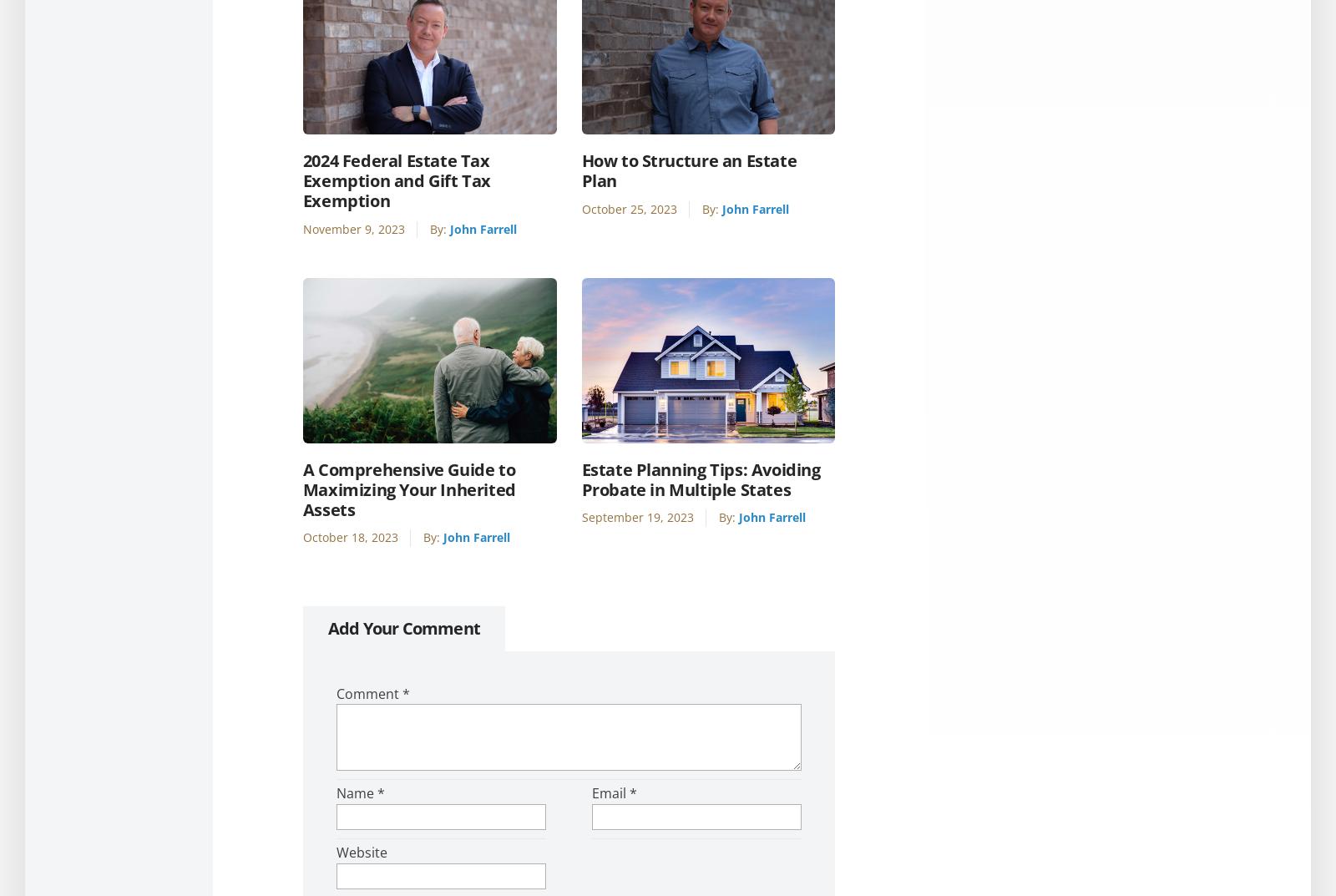 This screenshot has width=1336, height=896. I want to click on 'A Comprehensive Guide to Maximizing Your Inherited Assets', so click(407, 488).